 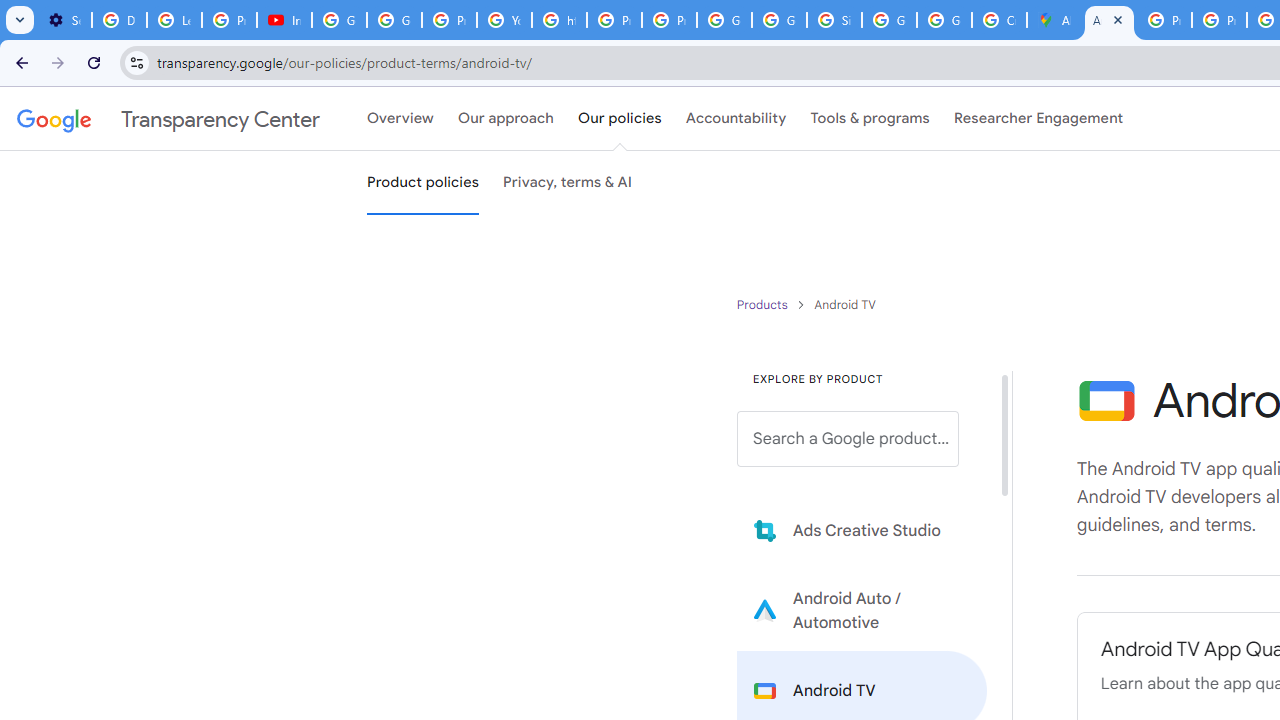 I want to click on 'Our policies', so click(x=619, y=119).